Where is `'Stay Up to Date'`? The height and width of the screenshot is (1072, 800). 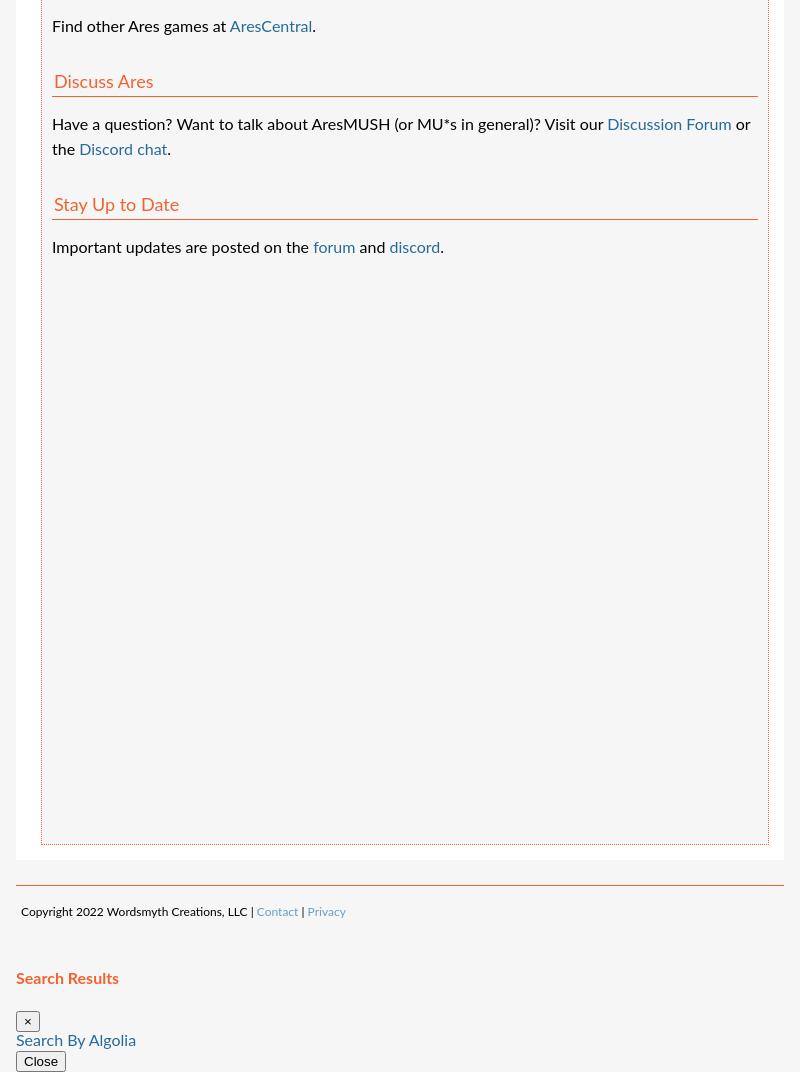
'Stay Up to Date' is located at coordinates (115, 206).